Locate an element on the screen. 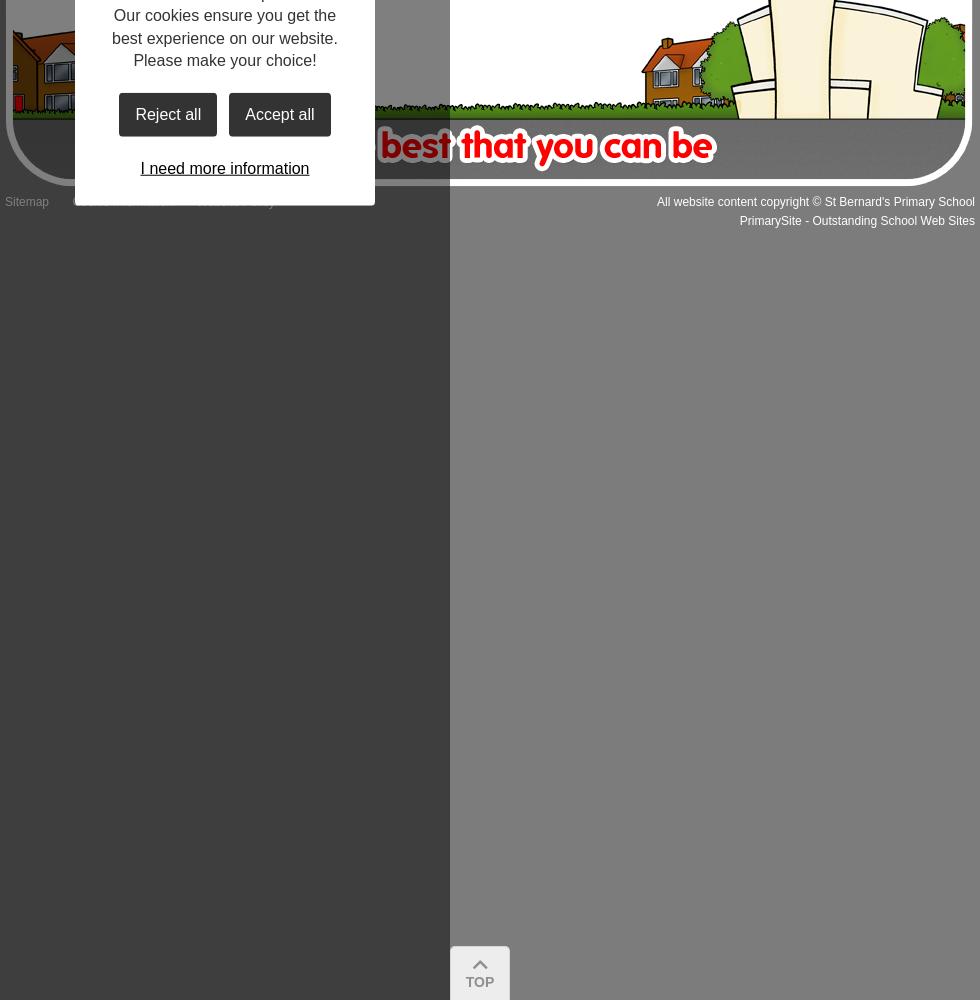 The height and width of the screenshot is (1000, 980). 'Reject all' is located at coordinates (167, 112).